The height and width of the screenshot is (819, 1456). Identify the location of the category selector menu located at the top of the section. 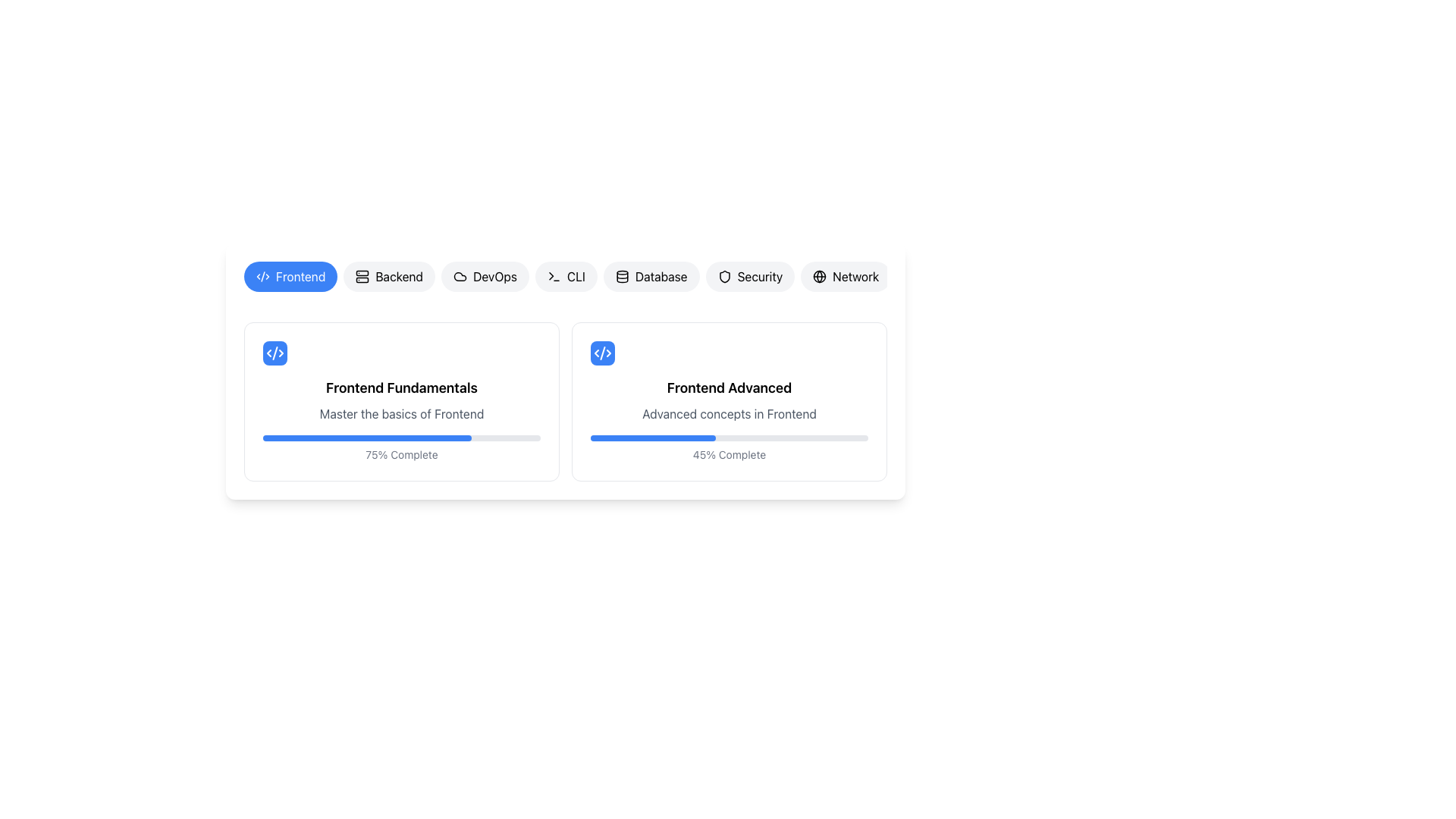
(564, 283).